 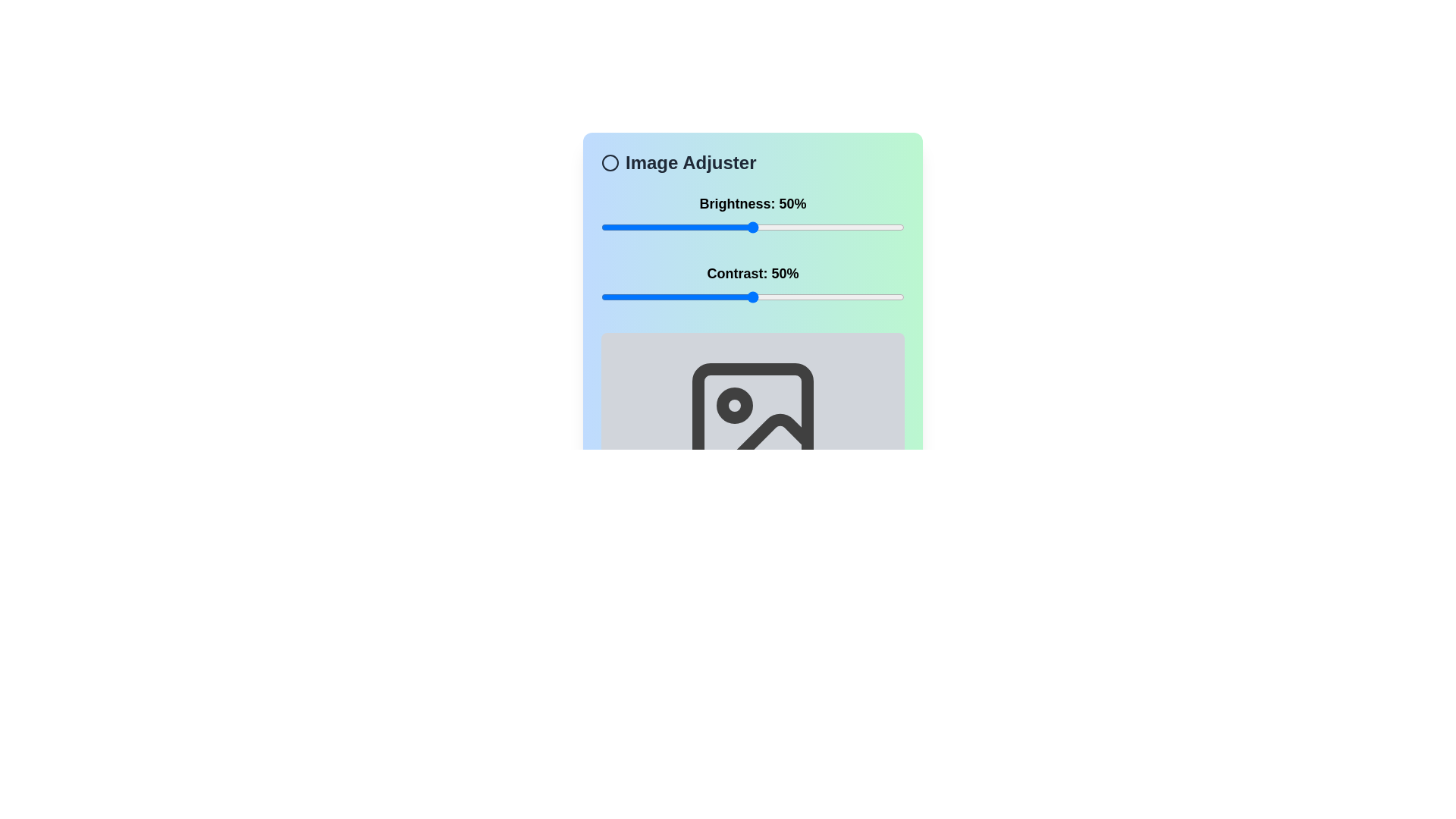 What do you see at coordinates (868, 227) in the screenshot?
I see `the brightness slider to 88%` at bounding box center [868, 227].